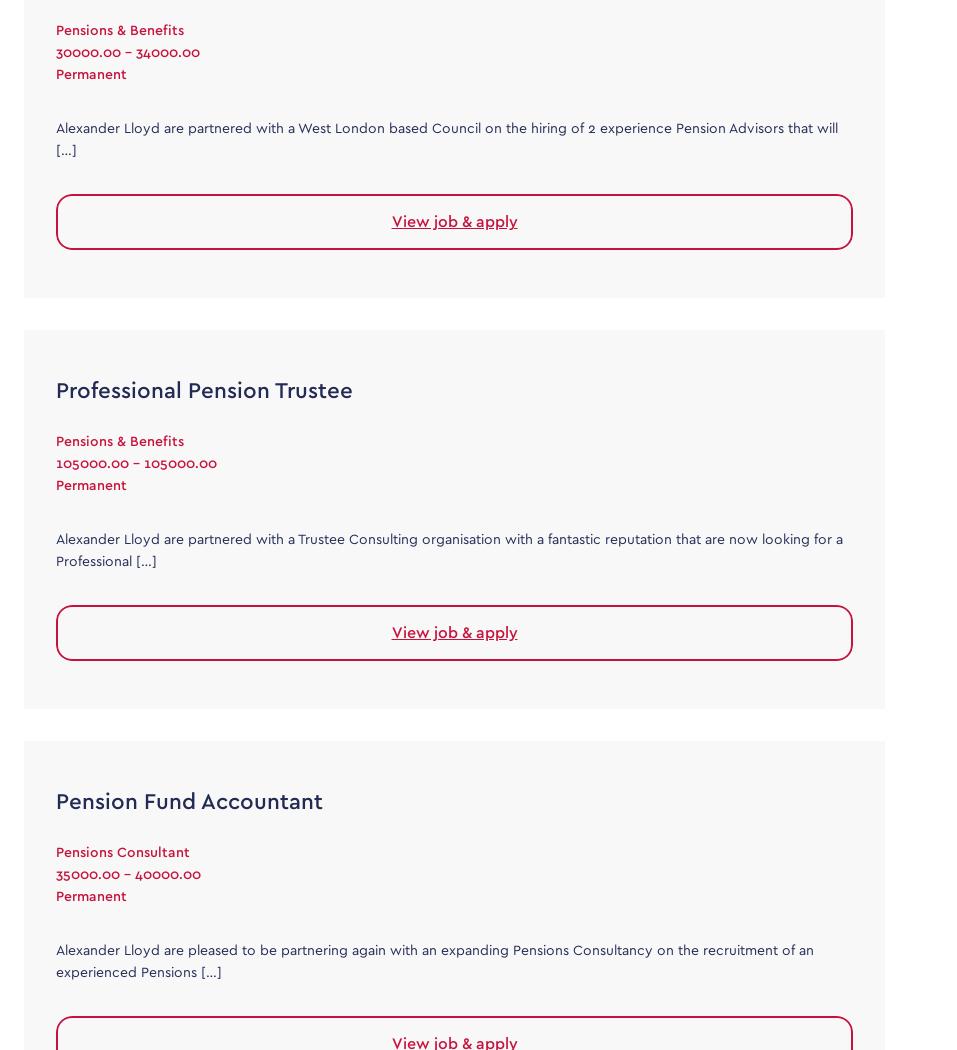 The height and width of the screenshot is (1050, 957). Describe the element at coordinates (128, 50) in the screenshot. I see `'30000.00 - 34000.00'` at that location.